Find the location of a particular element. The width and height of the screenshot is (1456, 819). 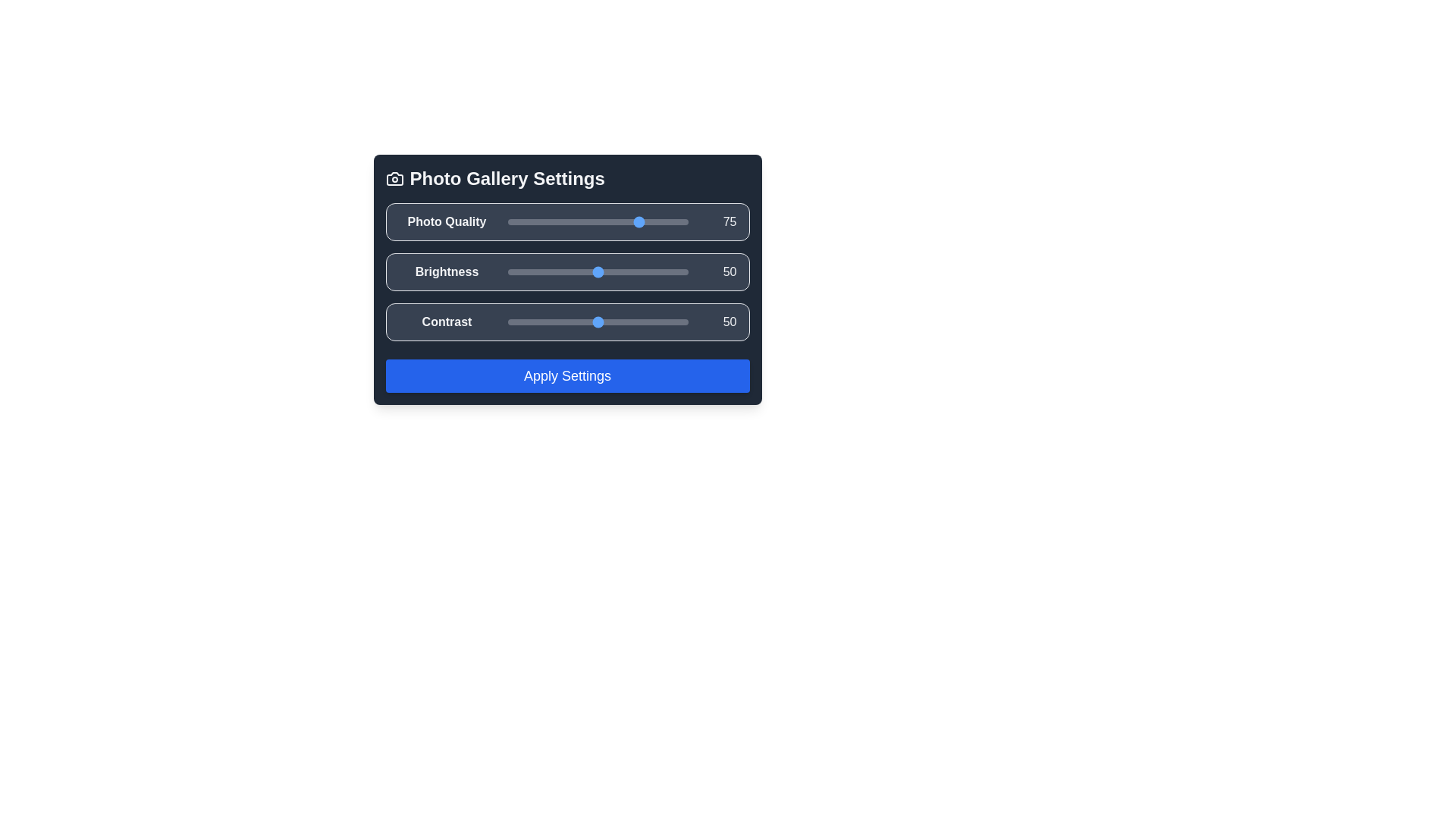

the contrast level is located at coordinates (666, 321).